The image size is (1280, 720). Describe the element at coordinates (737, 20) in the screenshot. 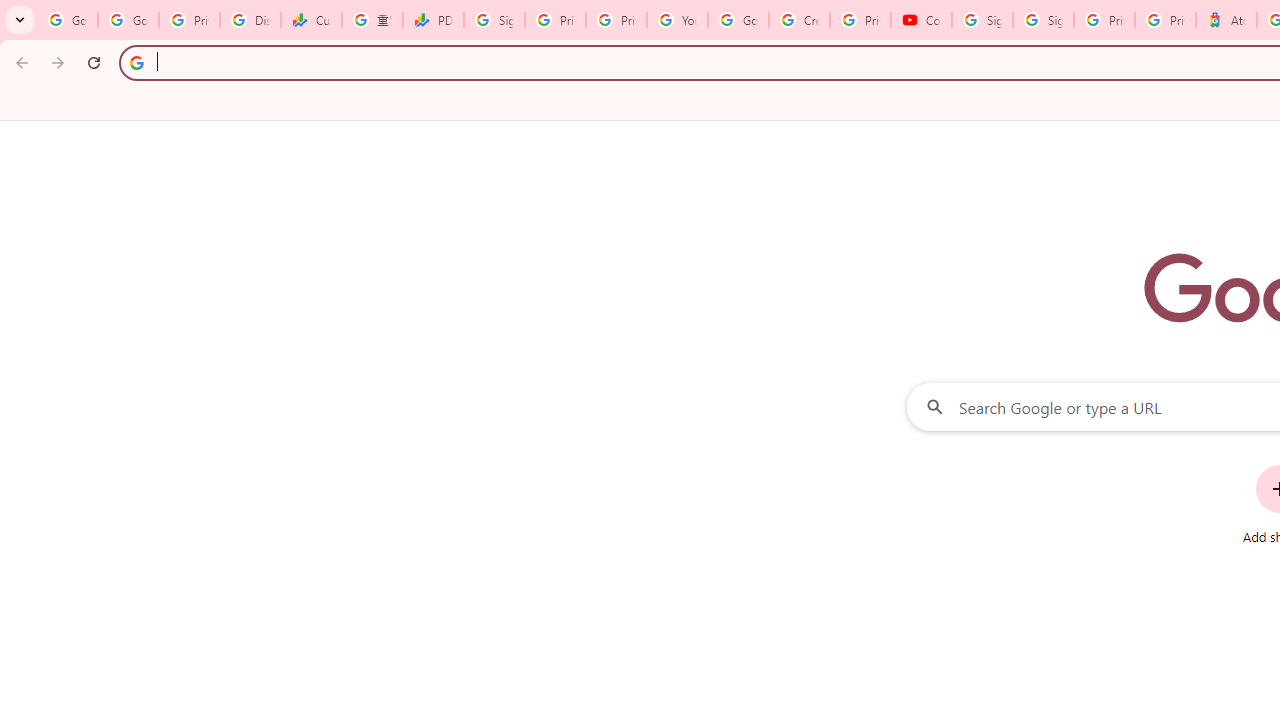

I see `'Google Account Help'` at that location.